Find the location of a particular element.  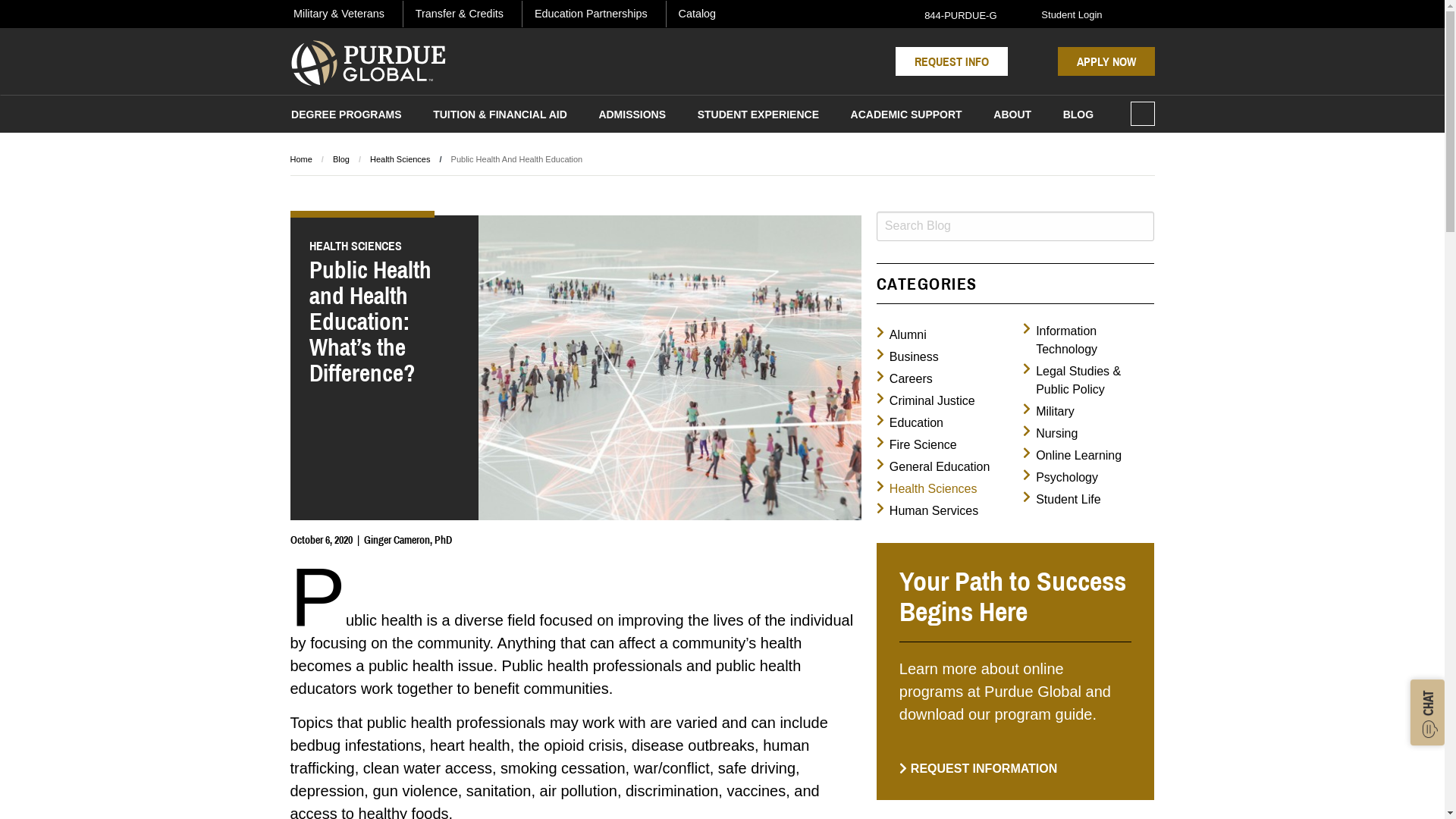

'Human Services' is located at coordinates (927, 511).